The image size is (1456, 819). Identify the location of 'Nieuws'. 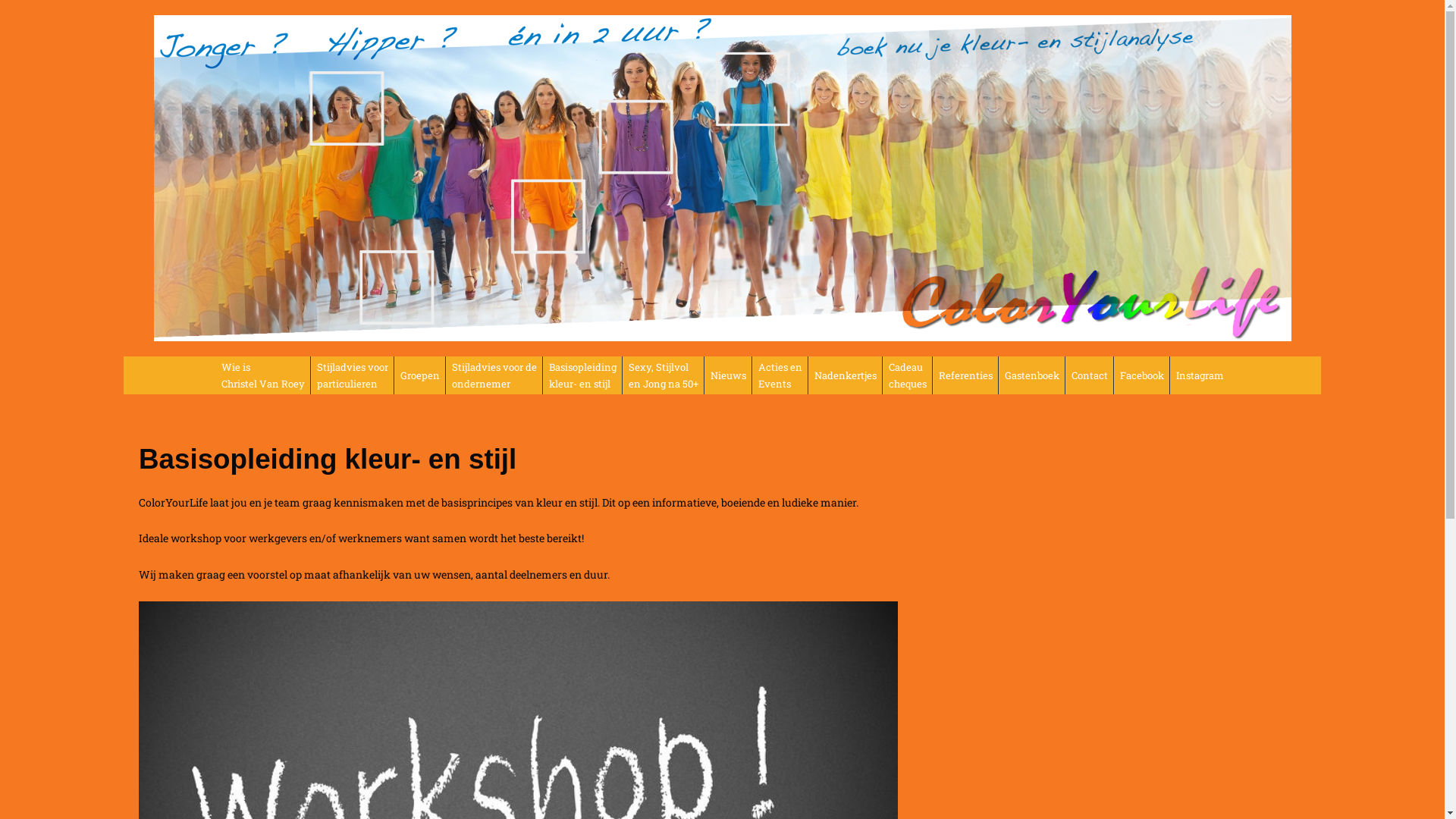
(728, 375).